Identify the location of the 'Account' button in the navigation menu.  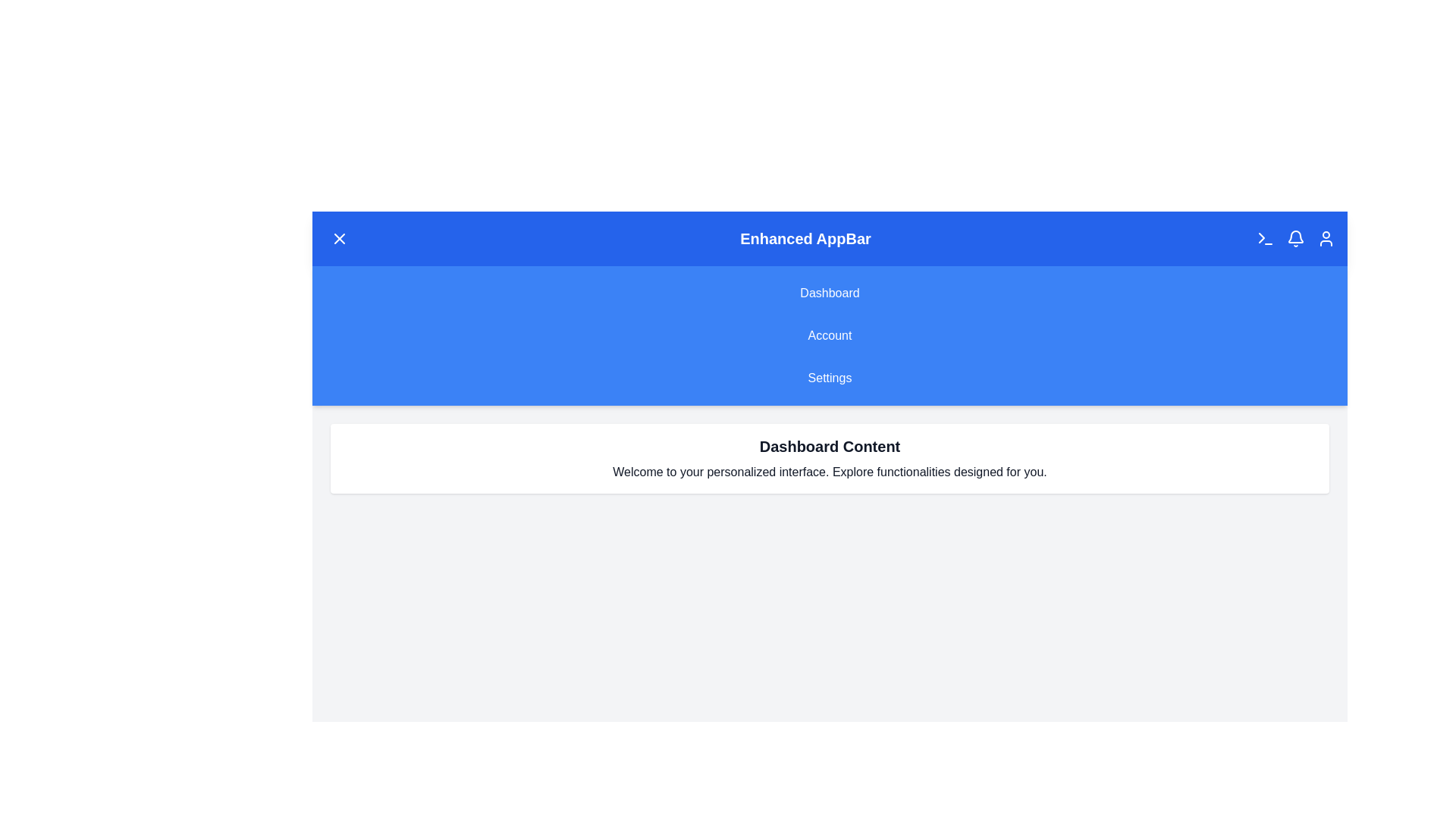
(829, 335).